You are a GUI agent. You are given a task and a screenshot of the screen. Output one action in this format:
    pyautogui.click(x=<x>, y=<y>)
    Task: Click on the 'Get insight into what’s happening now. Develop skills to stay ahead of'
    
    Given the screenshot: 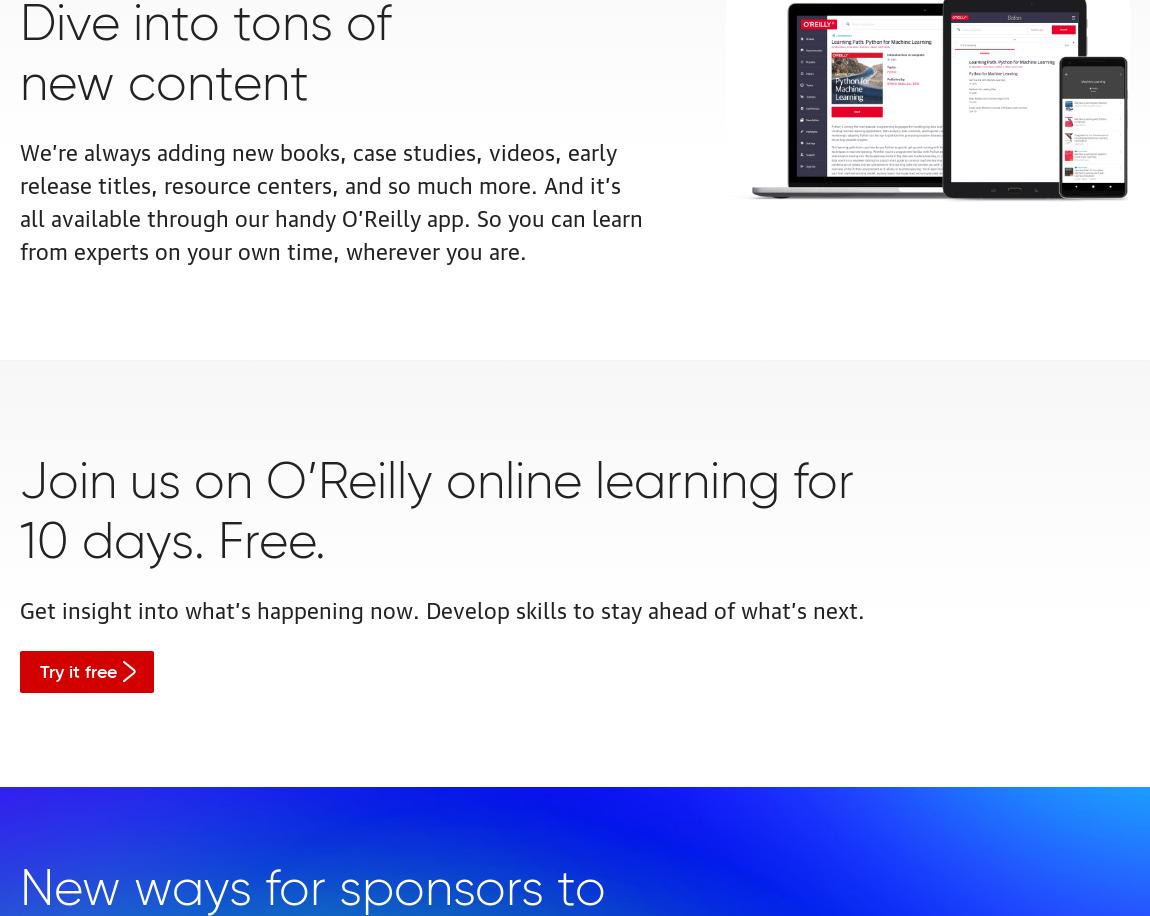 What is the action you would take?
    pyautogui.click(x=380, y=607)
    